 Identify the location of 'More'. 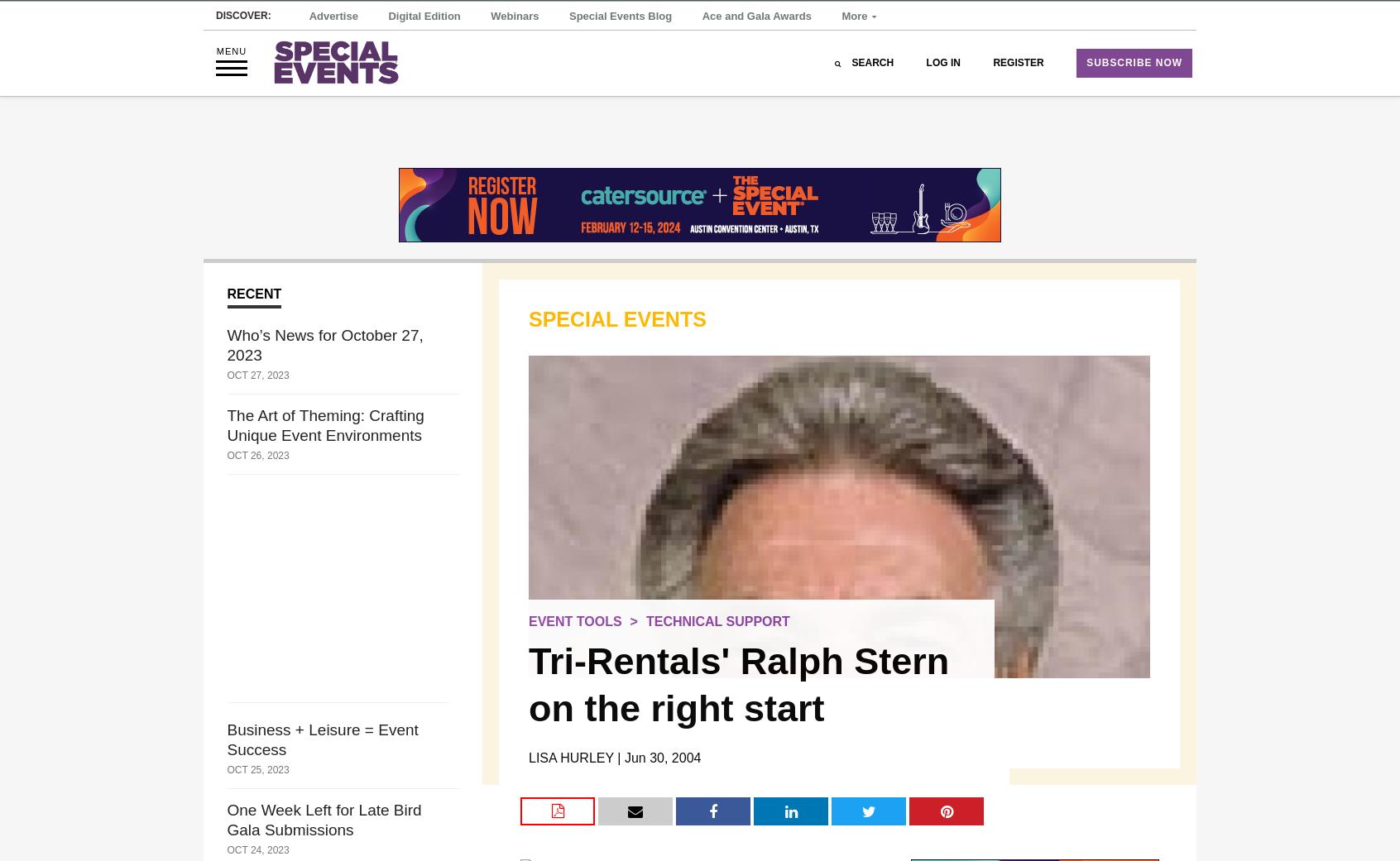
(841, 43).